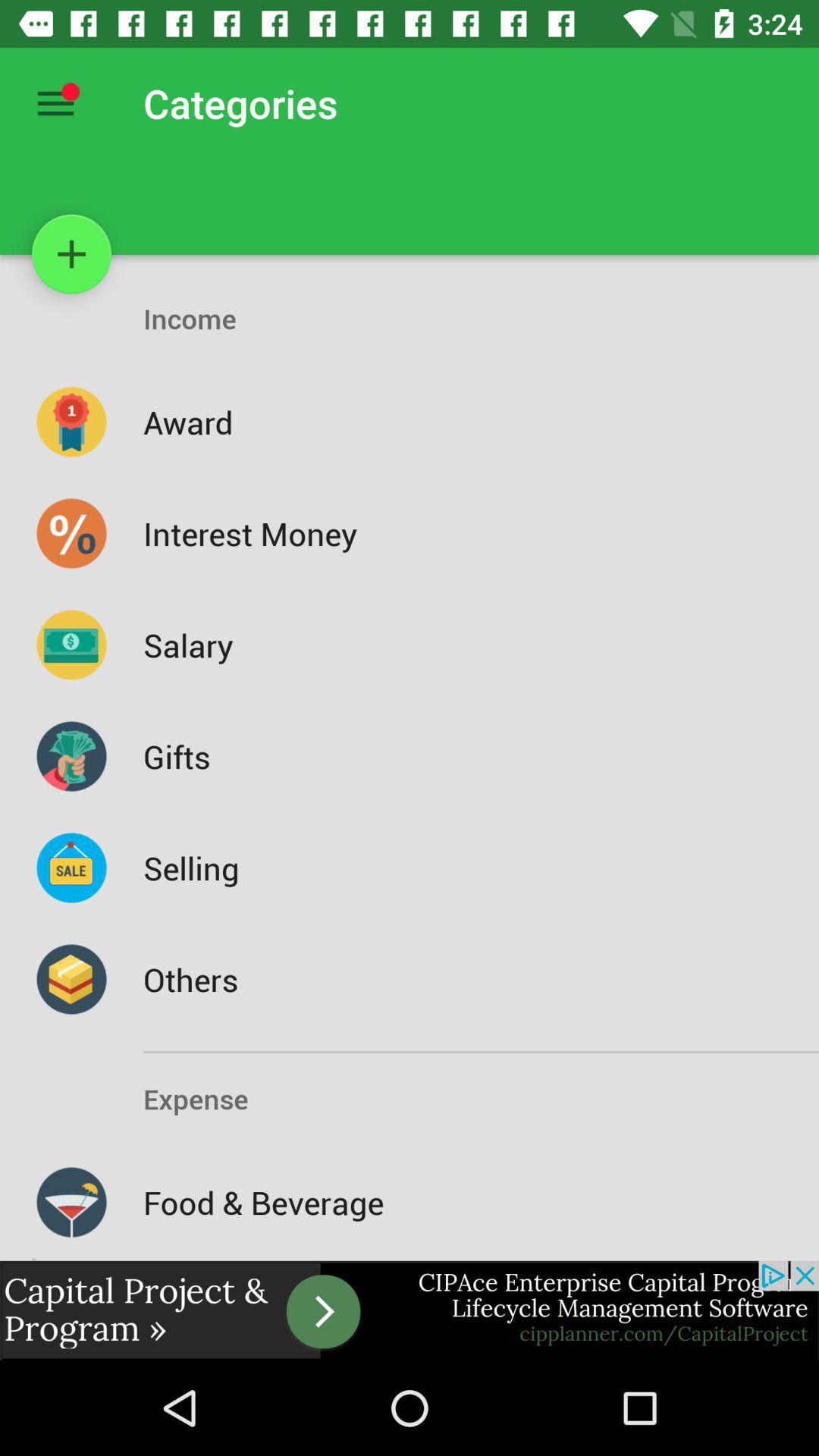 This screenshot has width=819, height=1456. What do you see at coordinates (55, 102) in the screenshot?
I see `options menu` at bounding box center [55, 102].